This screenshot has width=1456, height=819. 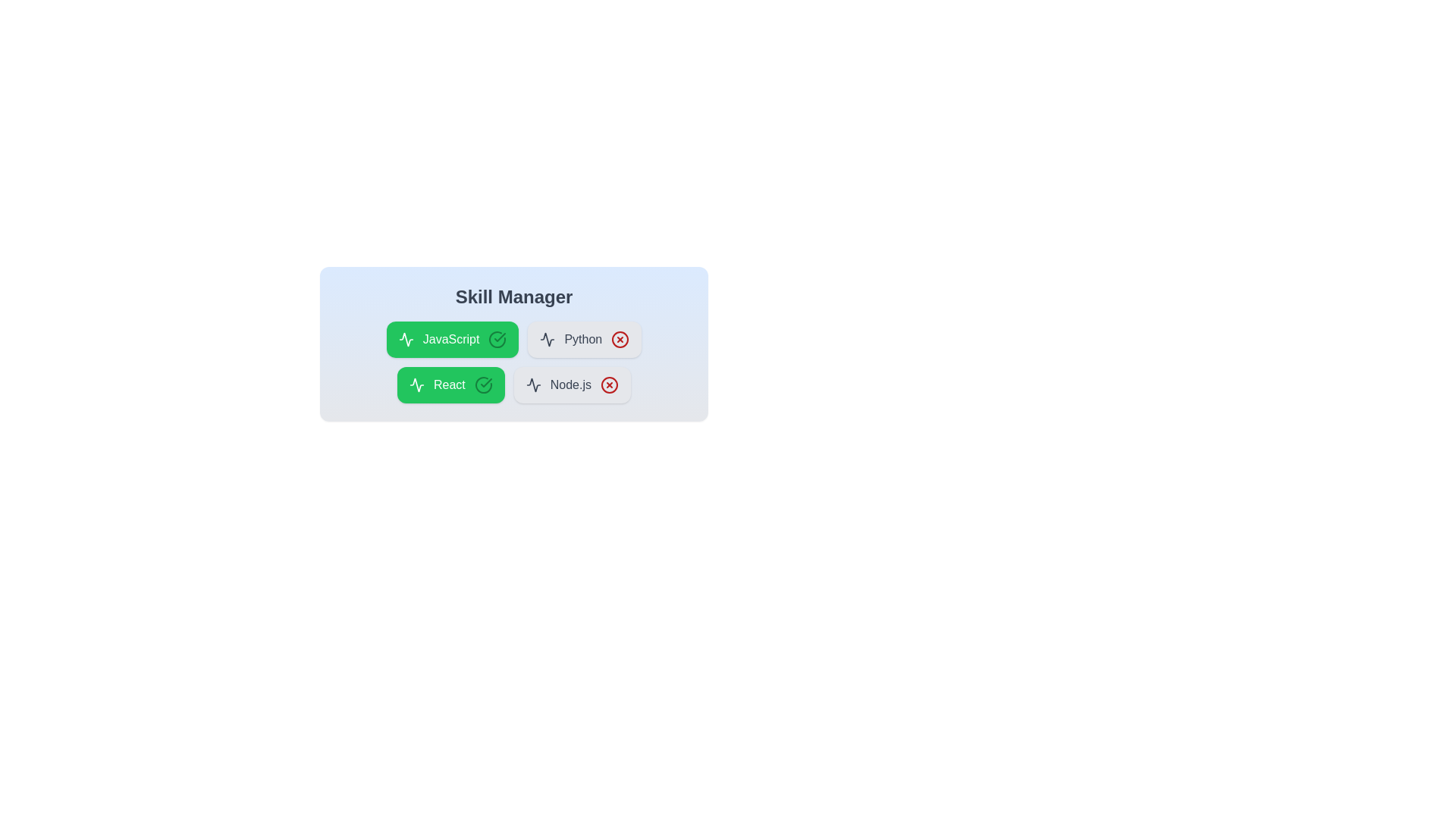 What do you see at coordinates (570, 384) in the screenshot?
I see `the skill chip labeled 'Node.js' to toggle its activation status` at bounding box center [570, 384].